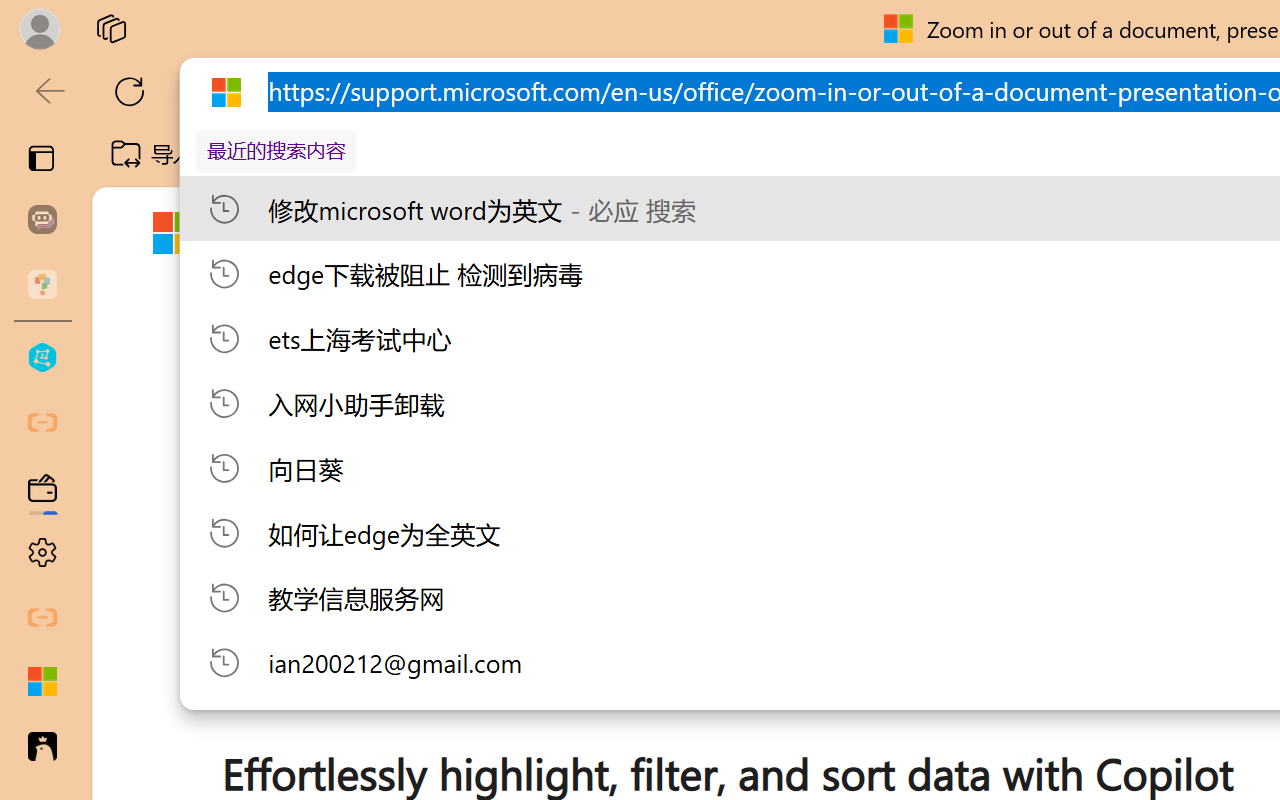 Image resolution: width=1280 pixels, height=800 pixels. What do you see at coordinates (42, 682) in the screenshot?
I see `'Adjust indents and spacing - Microsoft Support'` at bounding box center [42, 682].